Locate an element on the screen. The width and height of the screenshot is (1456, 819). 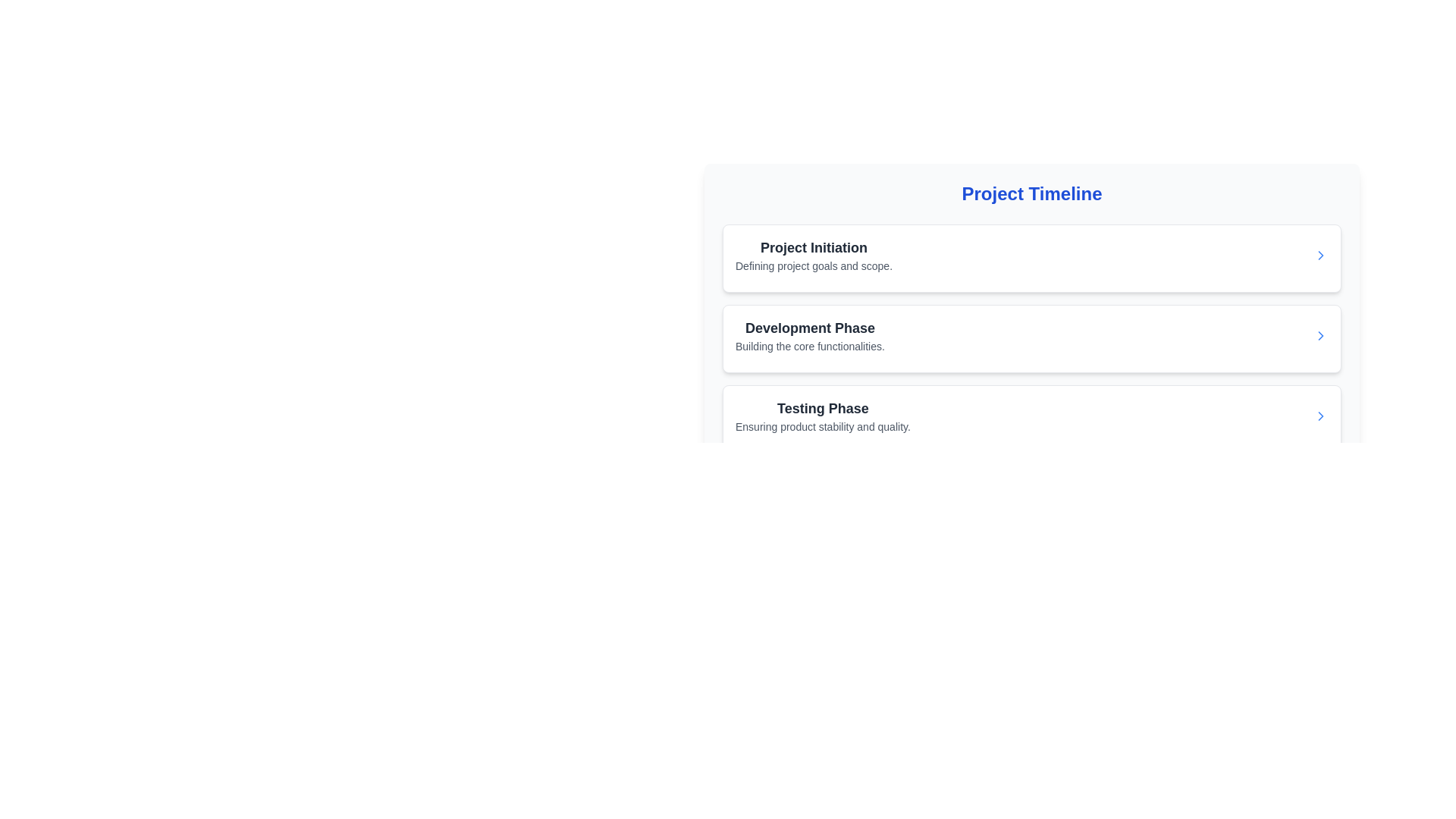
the text segment displaying 'Defining project goals and scope.' which is positioned below the title 'Project Initiation' in the 'Project Timeline' section is located at coordinates (813, 265).